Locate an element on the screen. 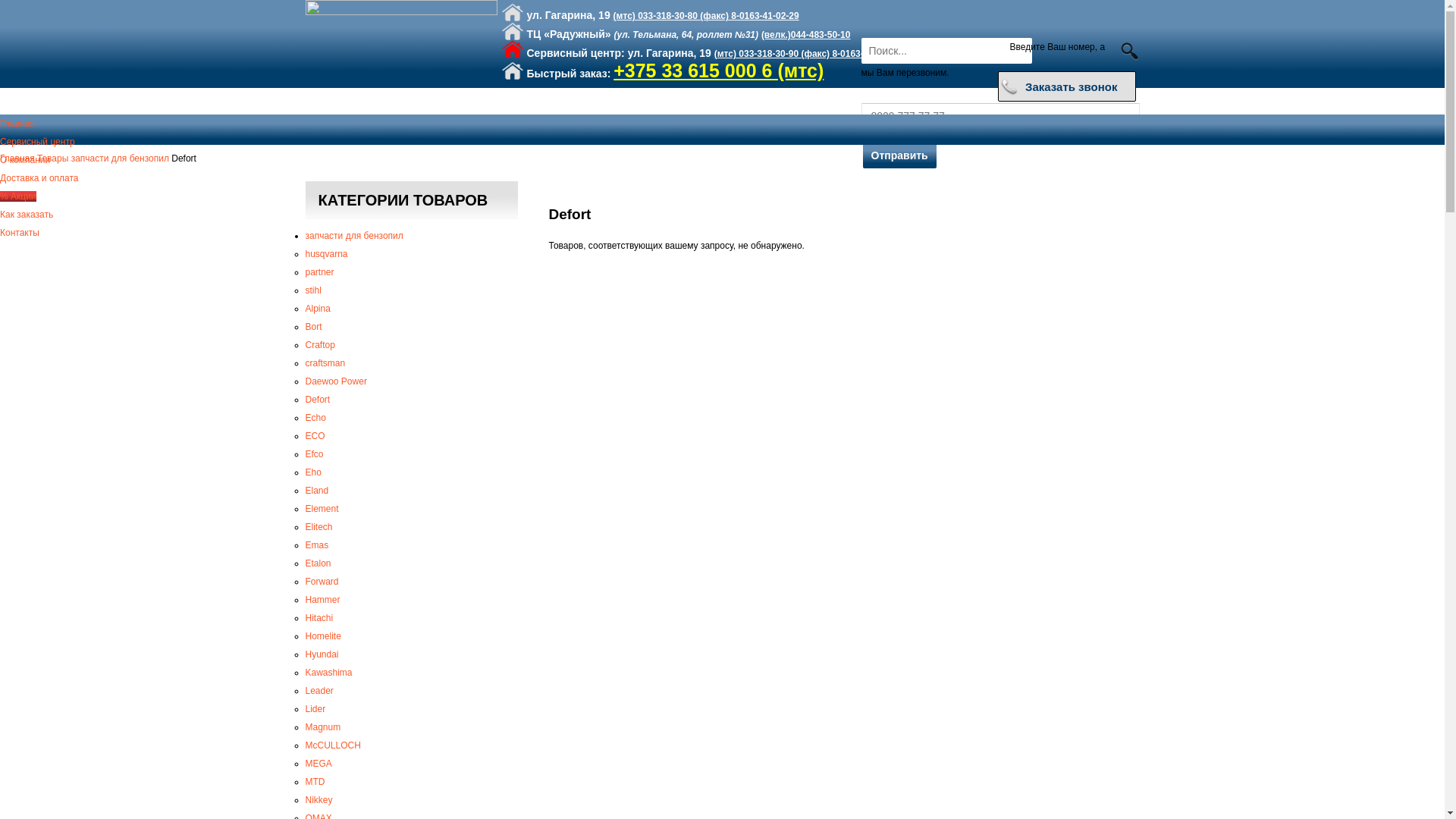 The width and height of the screenshot is (1456, 819). 'Efco' is located at coordinates (312, 453).